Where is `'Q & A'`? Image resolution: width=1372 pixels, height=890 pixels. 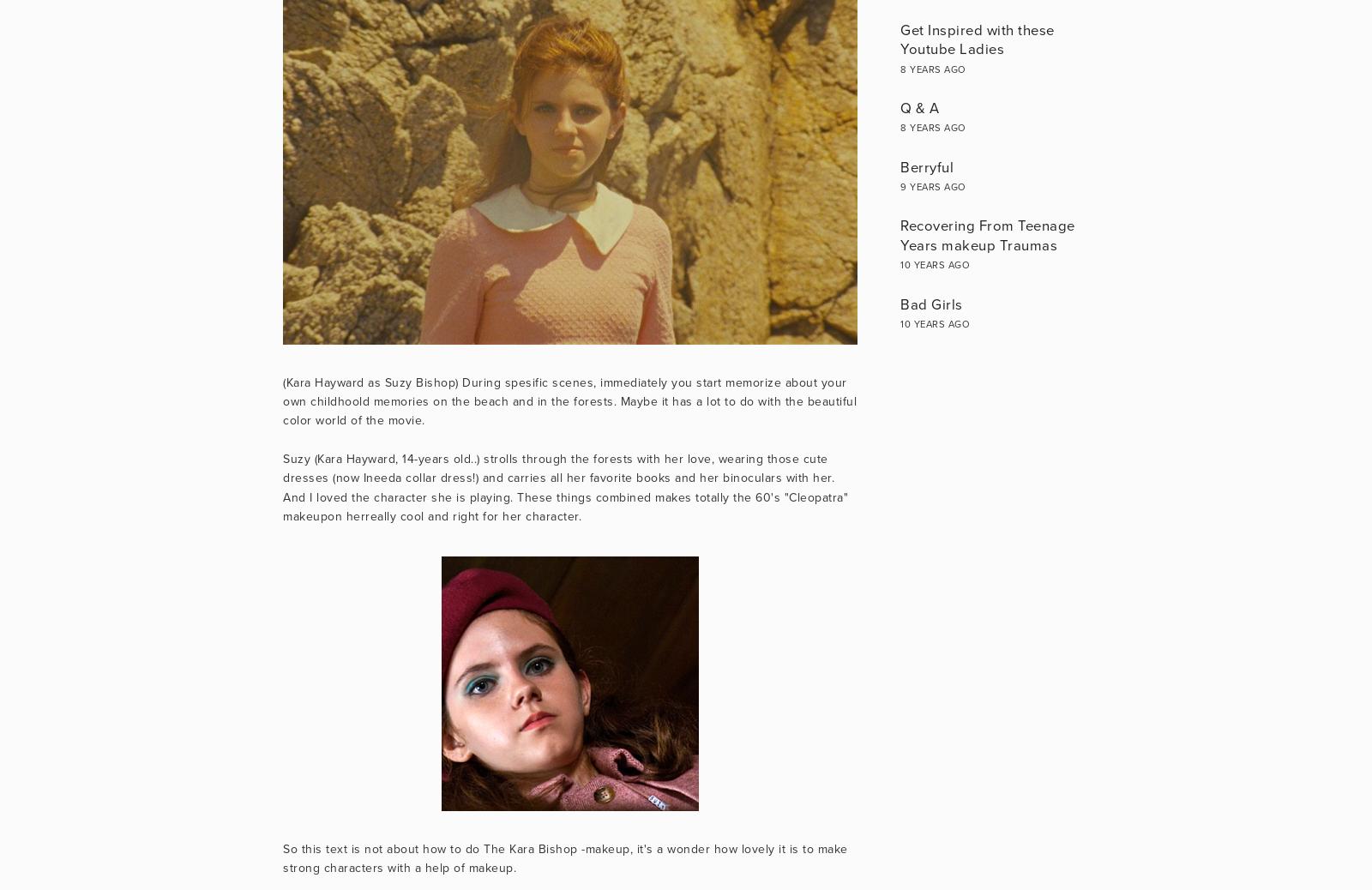
'Q & A' is located at coordinates (919, 106).